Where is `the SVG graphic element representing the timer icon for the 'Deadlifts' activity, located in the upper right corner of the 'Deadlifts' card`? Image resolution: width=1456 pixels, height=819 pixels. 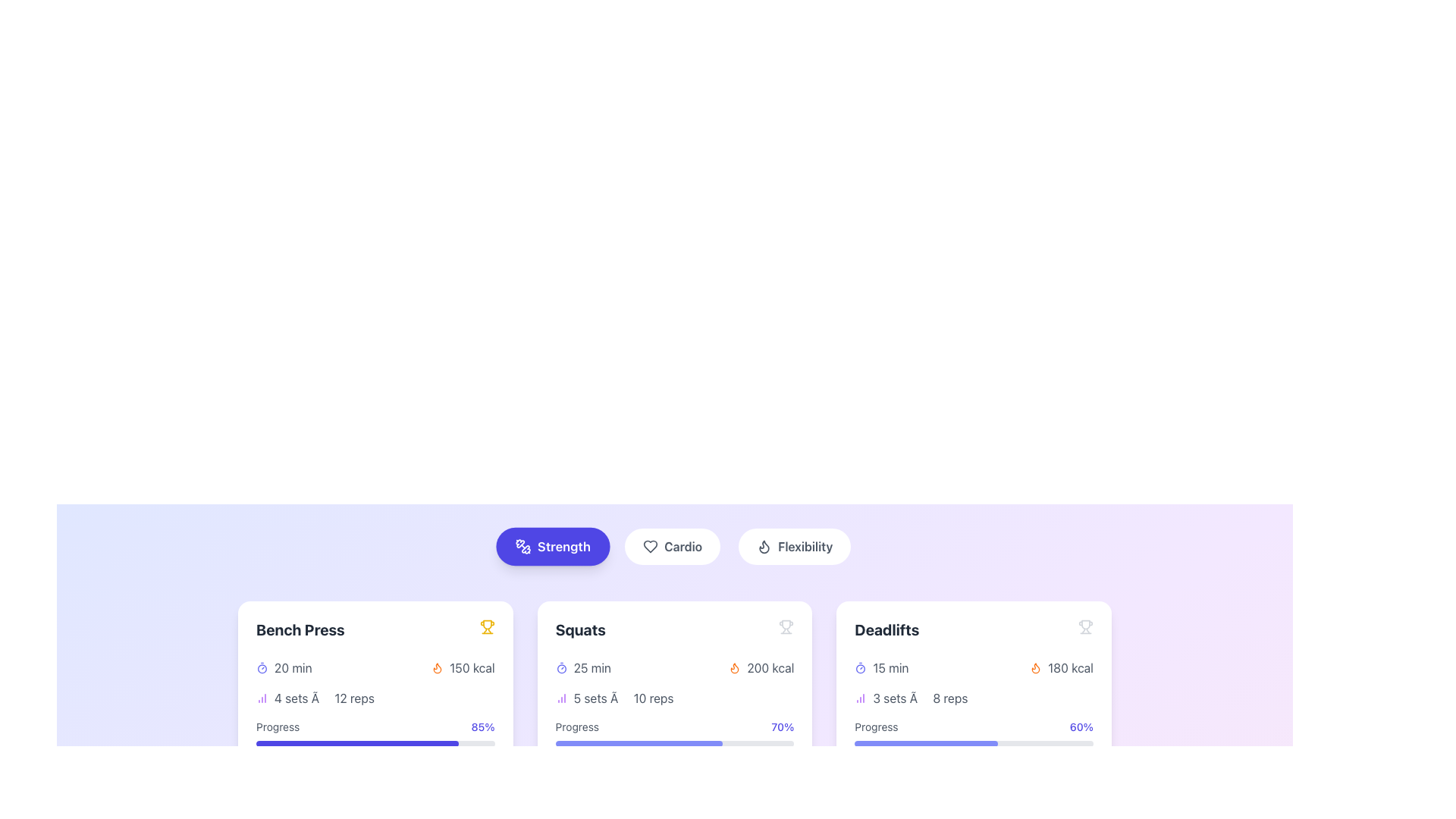 the SVG graphic element representing the timer icon for the 'Deadlifts' activity, located in the upper right corner of the 'Deadlifts' card is located at coordinates (861, 668).